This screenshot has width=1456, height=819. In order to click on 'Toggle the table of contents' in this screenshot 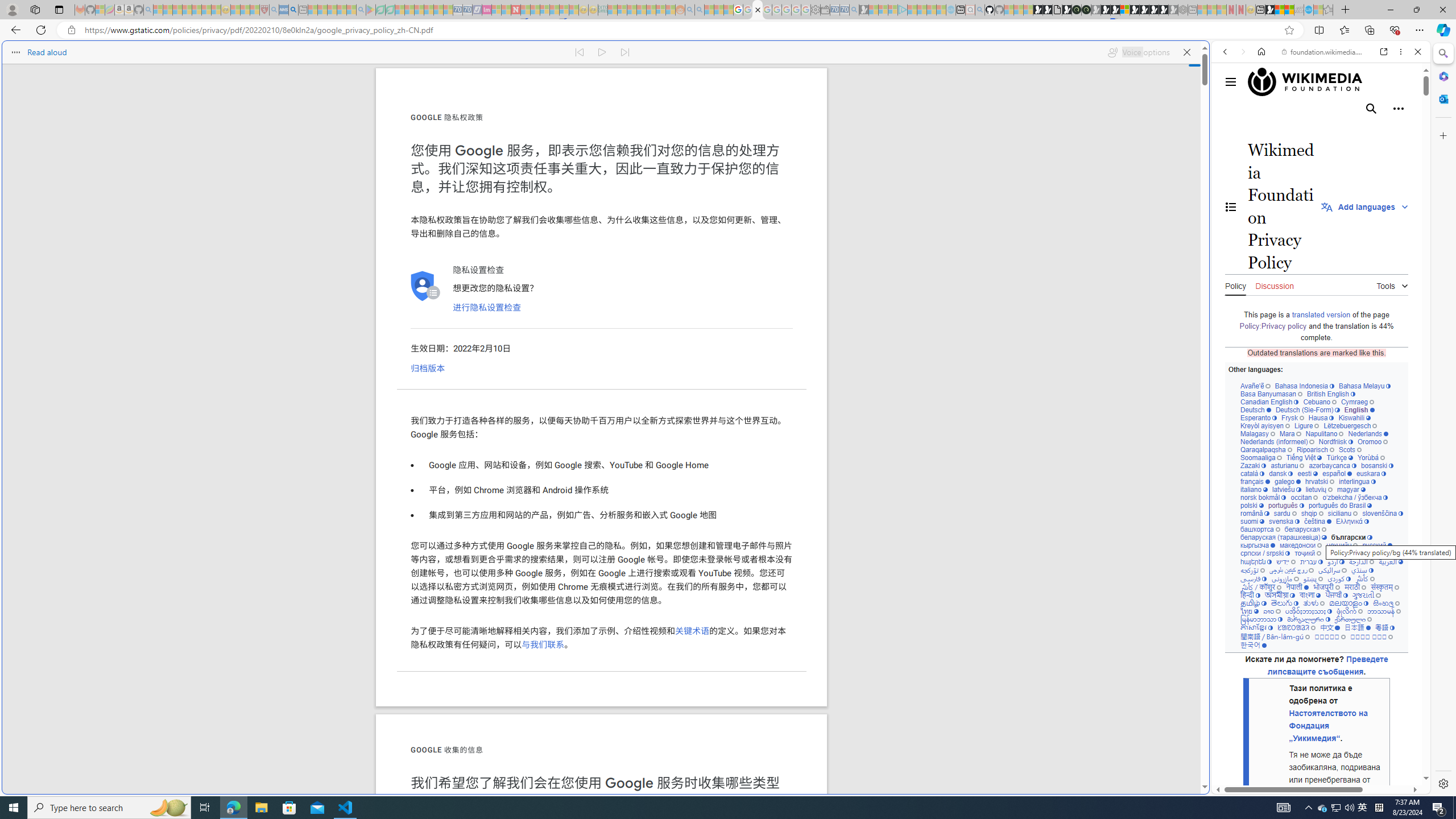, I will do `click(1231, 206)`.